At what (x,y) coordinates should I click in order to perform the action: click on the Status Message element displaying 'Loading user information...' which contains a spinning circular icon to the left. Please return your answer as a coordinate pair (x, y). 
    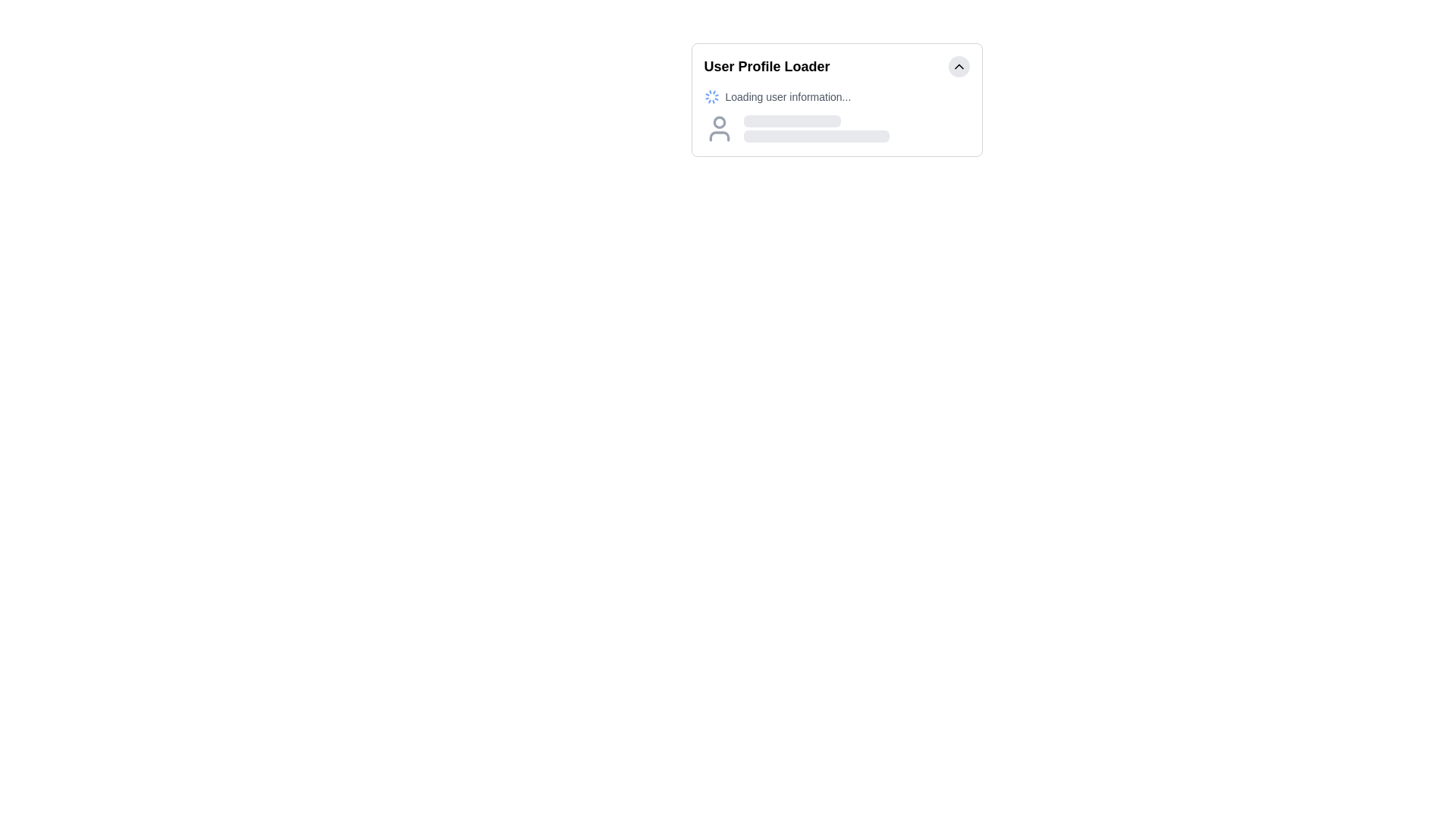
    Looking at the image, I should click on (836, 96).